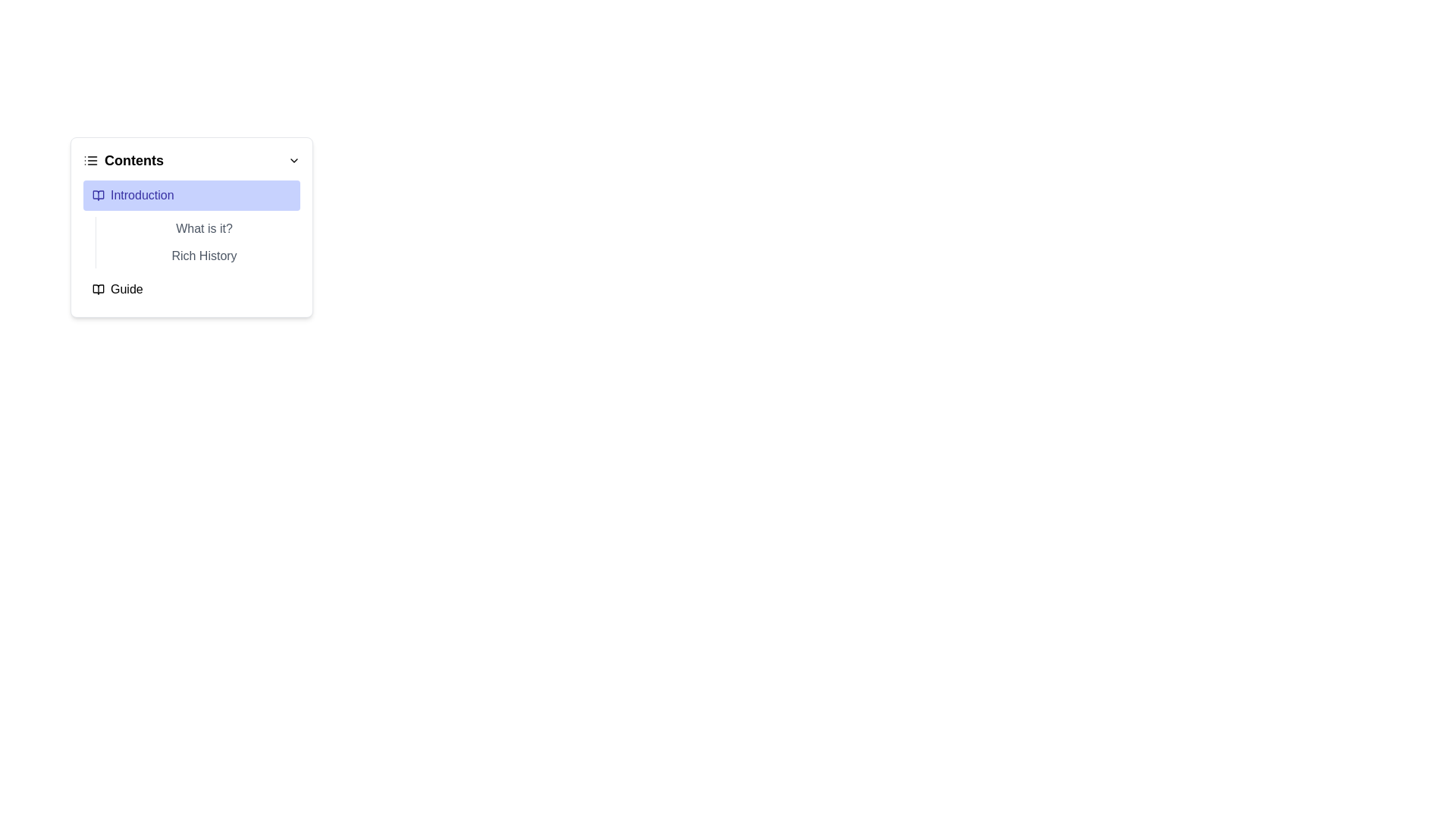  I want to click on the Header text element that serves as a title for the associated section, located at the top of the menu-like component, so click(124, 161).